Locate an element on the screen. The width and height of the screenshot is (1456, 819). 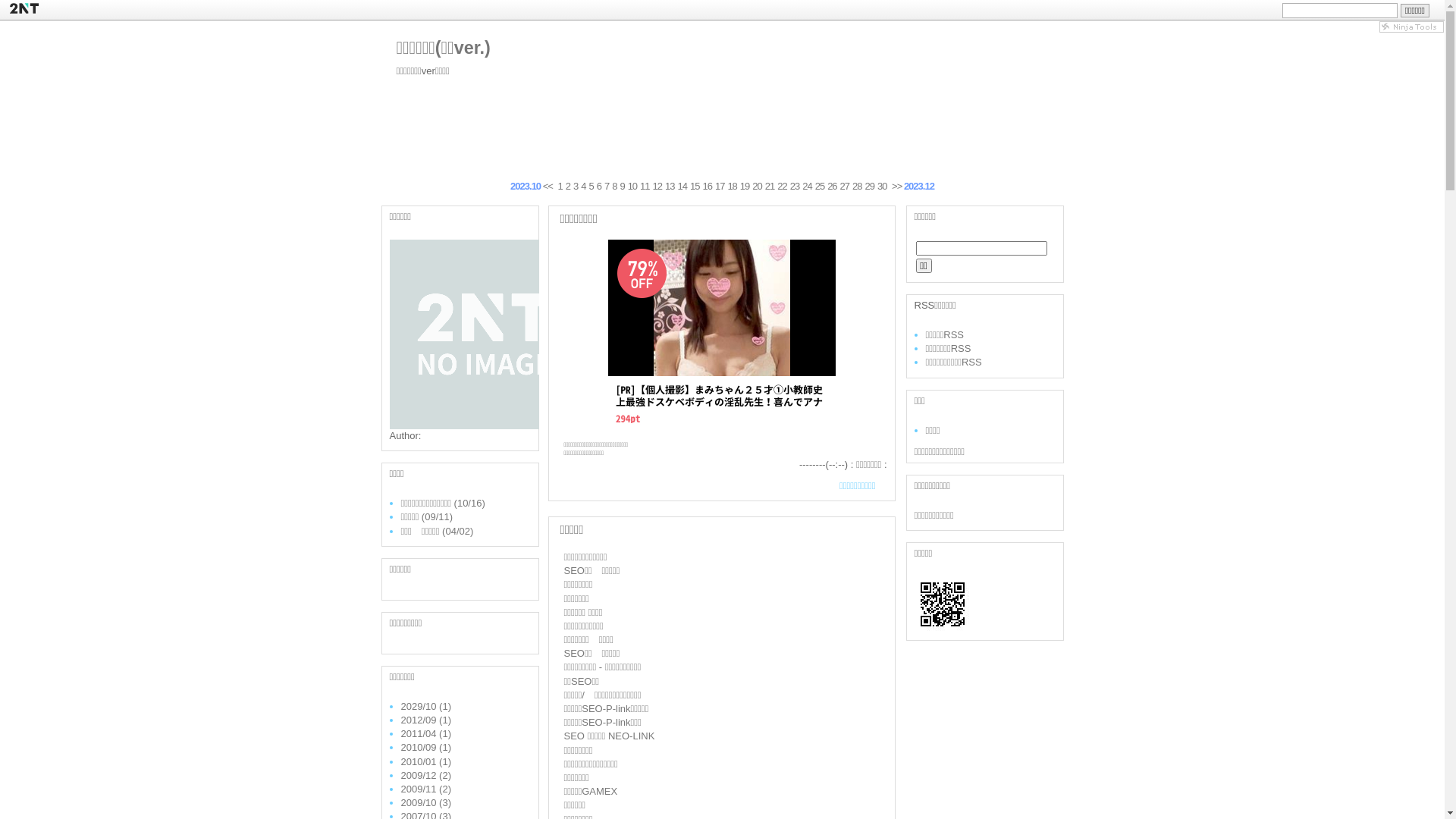
'2023.10' is located at coordinates (525, 185).